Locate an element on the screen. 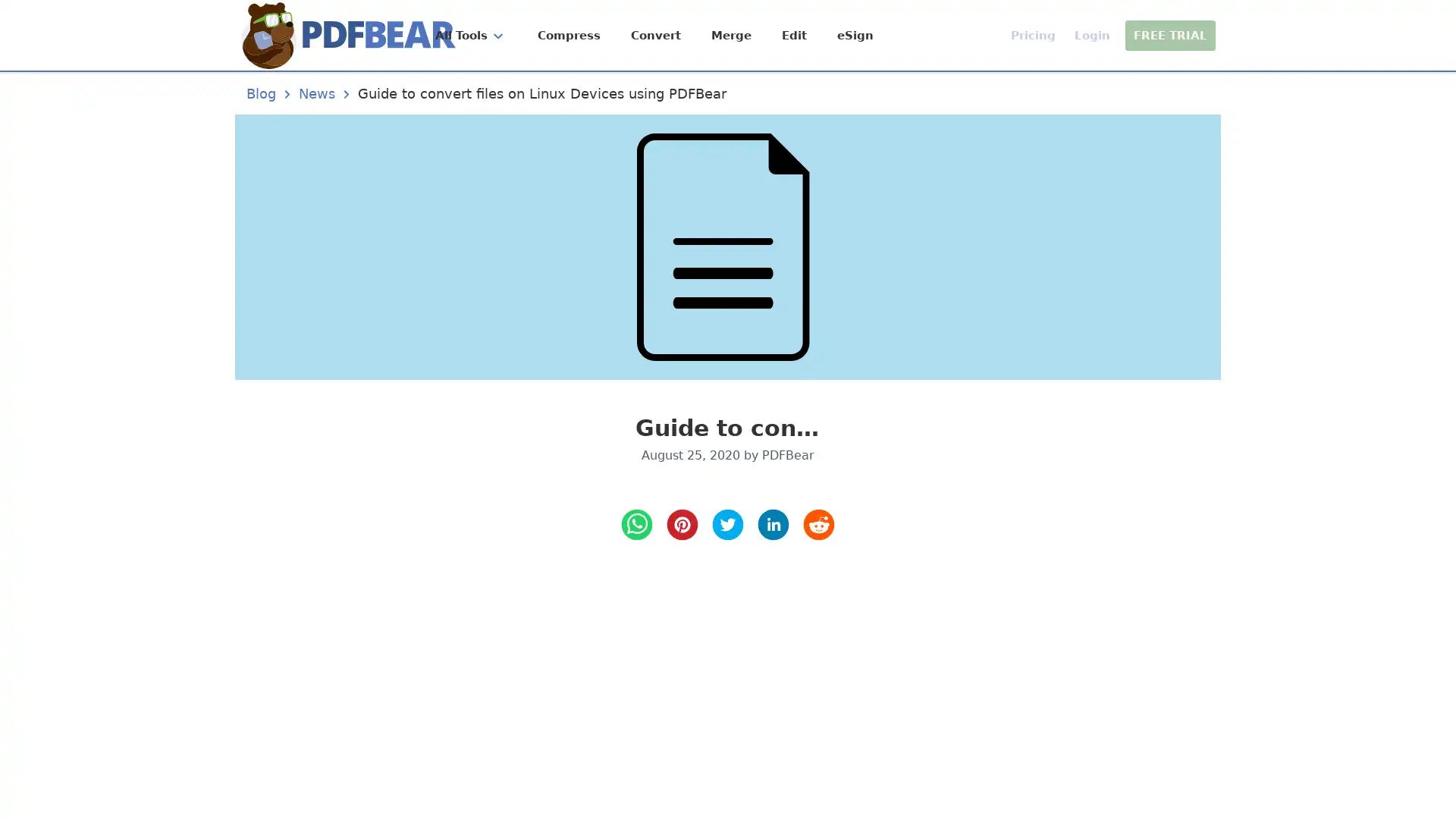 This screenshot has width=1456, height=819. eSign is located at coordinates (855, 34).